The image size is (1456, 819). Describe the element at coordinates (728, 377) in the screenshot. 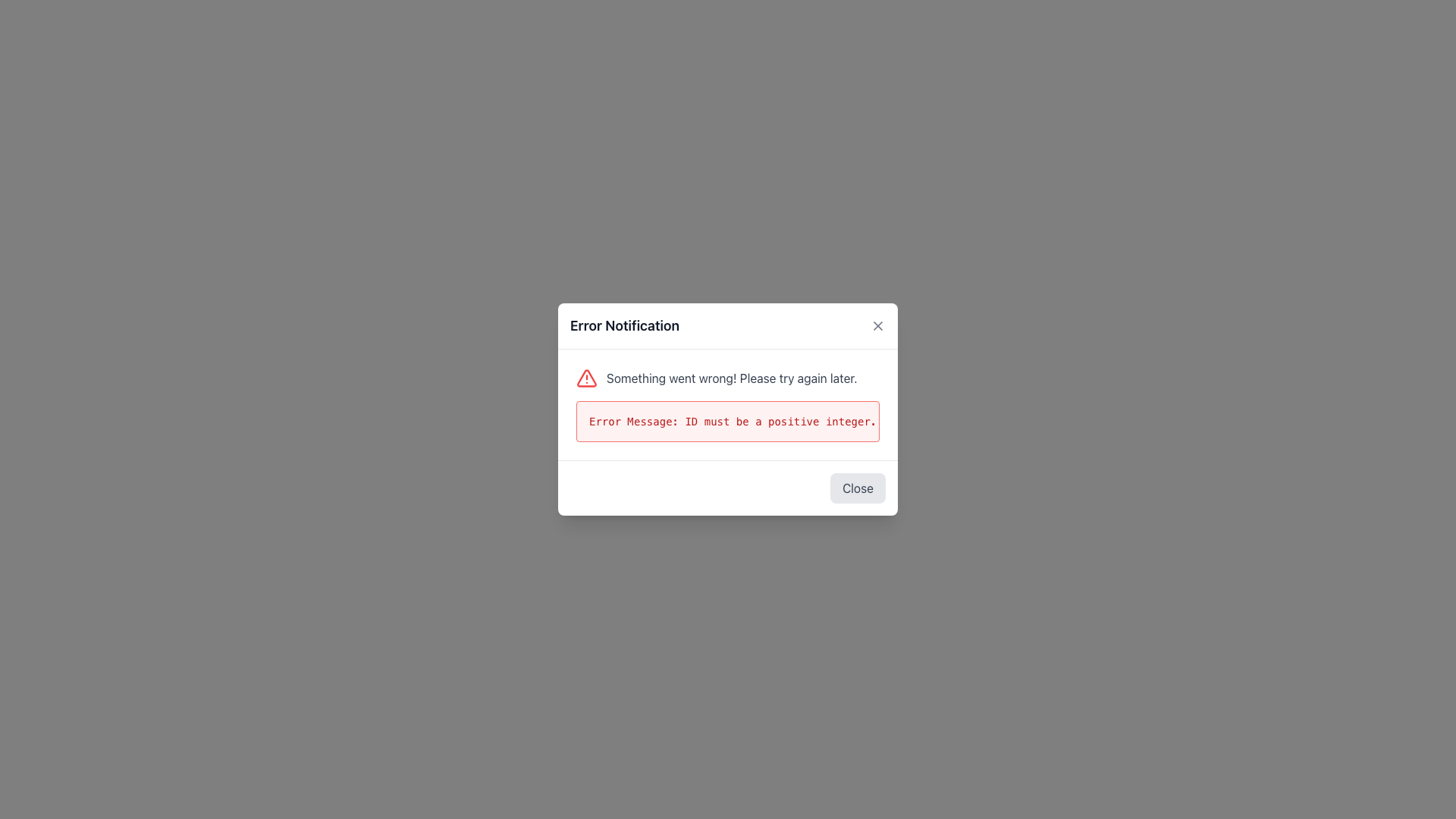

I see `the 'Something went wrong! Please try again later.' notification which includes a red triangular alert icon by performing further actions` at that location.